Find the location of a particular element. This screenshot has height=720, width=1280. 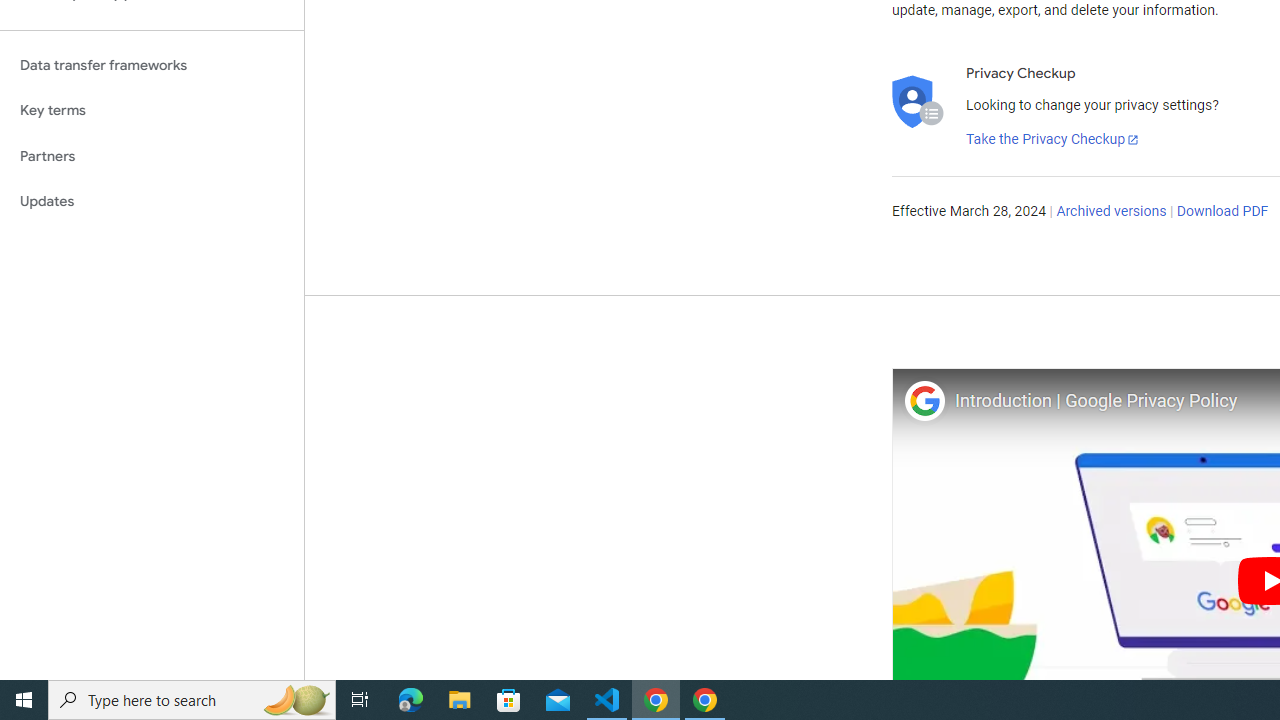

'Photo image of Google' is located at coordinates (923, 400).